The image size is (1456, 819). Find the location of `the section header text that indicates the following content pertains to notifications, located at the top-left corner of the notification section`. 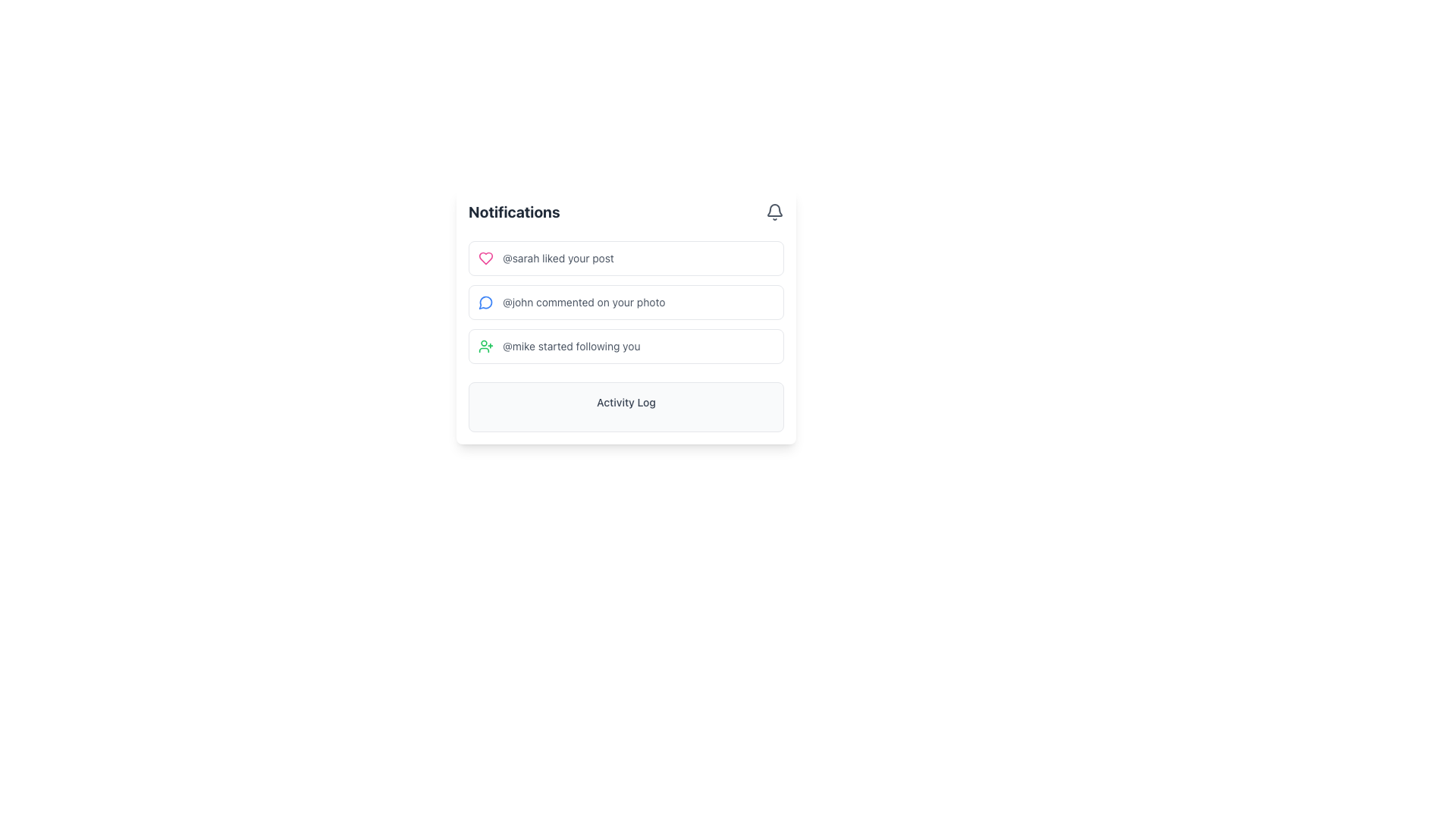

the section header text that indicates the following content pertains to notifications, located at the top-left corner of the notification section is located at coordinates (514, 212).